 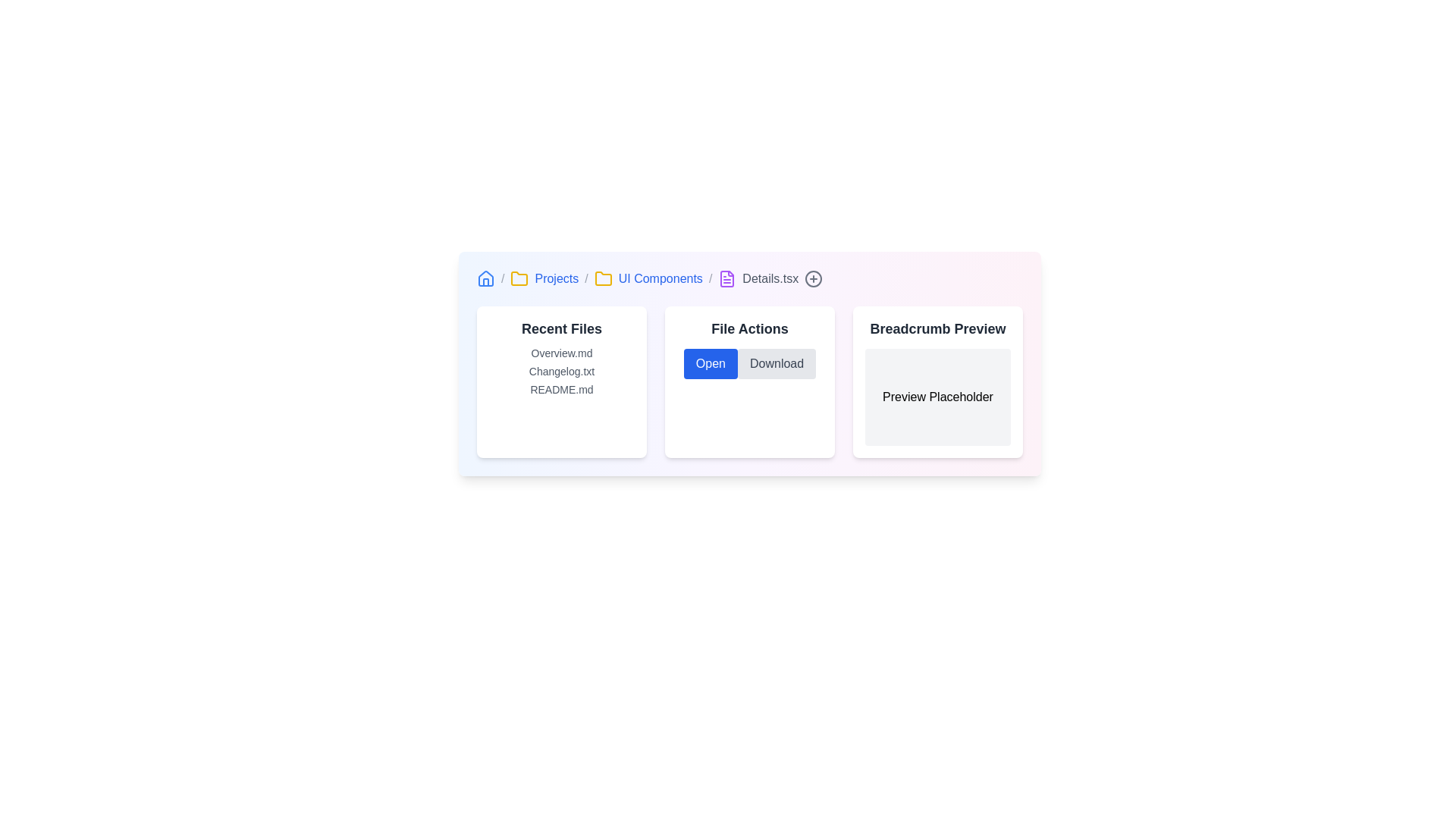 What do you see at coordinates (710, 278) in the screenshot?
I see `the gray forward-slash character ('/') in the breadcrumb navigation between 'UI Components' and 'Details.tsx'` at bounding box center [710, 278].